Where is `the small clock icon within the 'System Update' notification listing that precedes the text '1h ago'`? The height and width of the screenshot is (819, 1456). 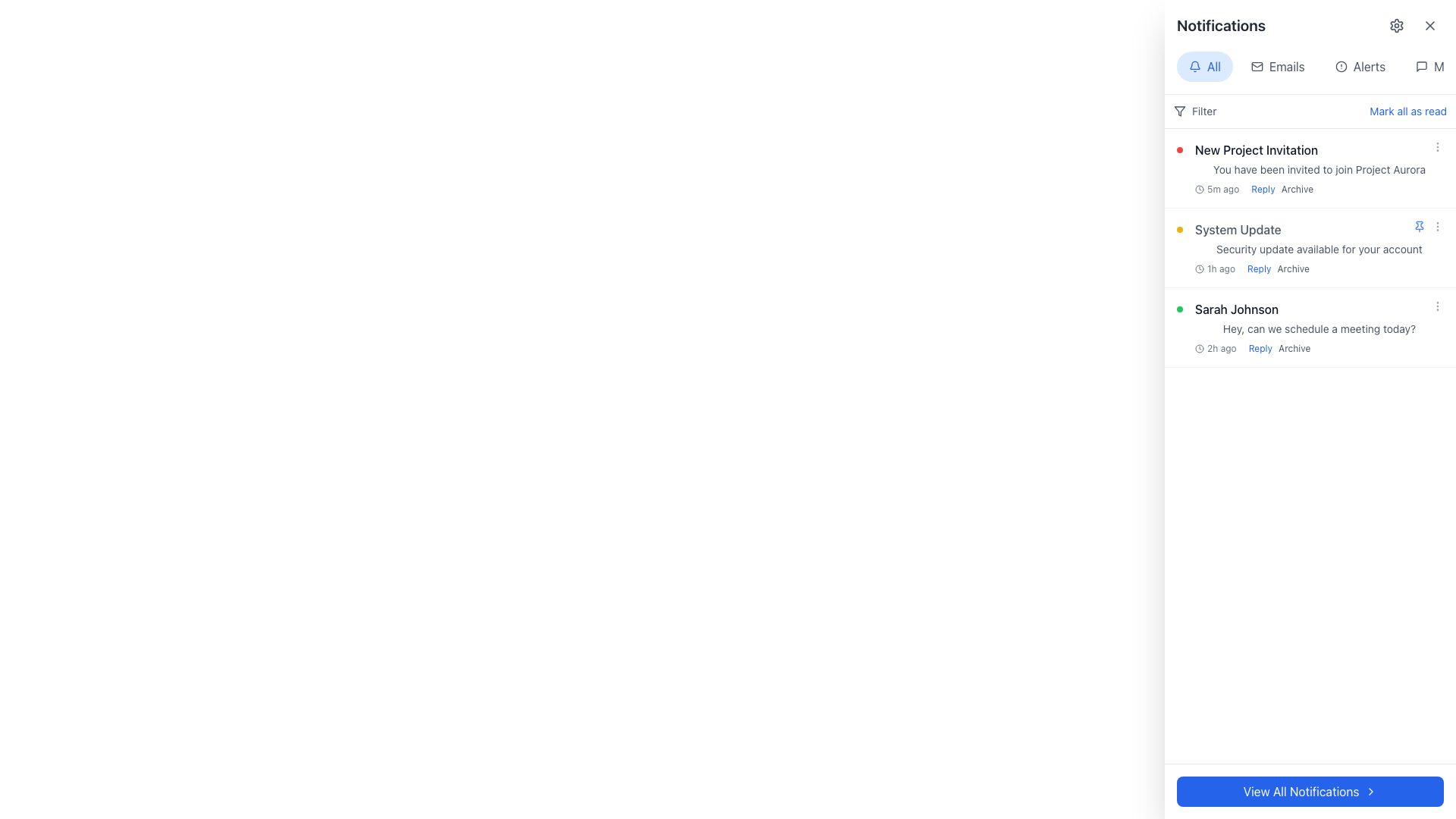
the small clock icon within the 'System Update' notification listing that precedes the text '1h ago' is located at coordinates (1199, 268).